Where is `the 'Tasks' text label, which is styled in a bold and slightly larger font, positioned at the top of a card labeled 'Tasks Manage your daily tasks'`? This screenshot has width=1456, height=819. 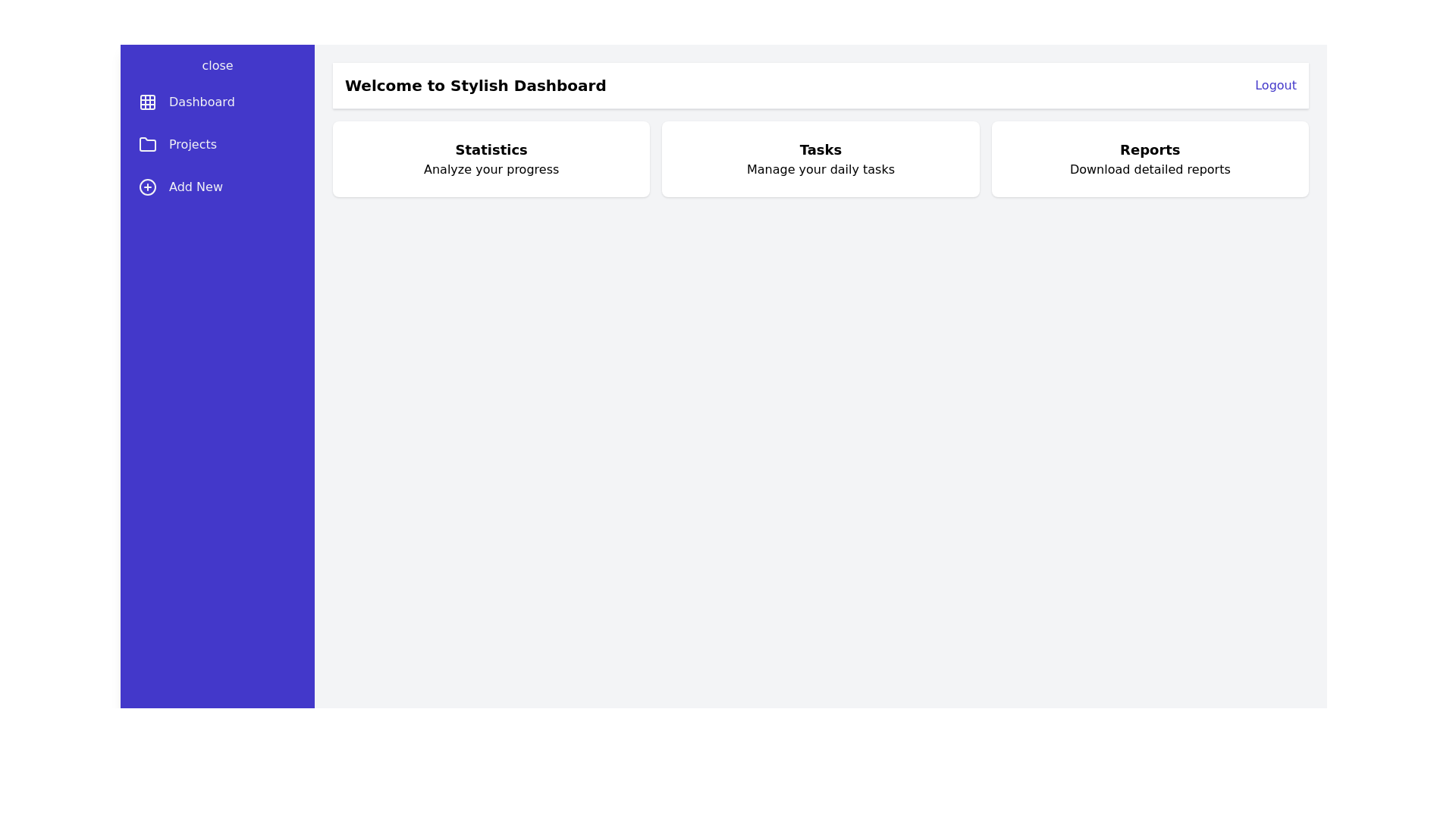
the 'Tasks' text label, which is styled in a bold and slightly larger font, positioned at the top of a card labeled 'Tasks Manage your daily tasks' is located at coordinates (820, 149).